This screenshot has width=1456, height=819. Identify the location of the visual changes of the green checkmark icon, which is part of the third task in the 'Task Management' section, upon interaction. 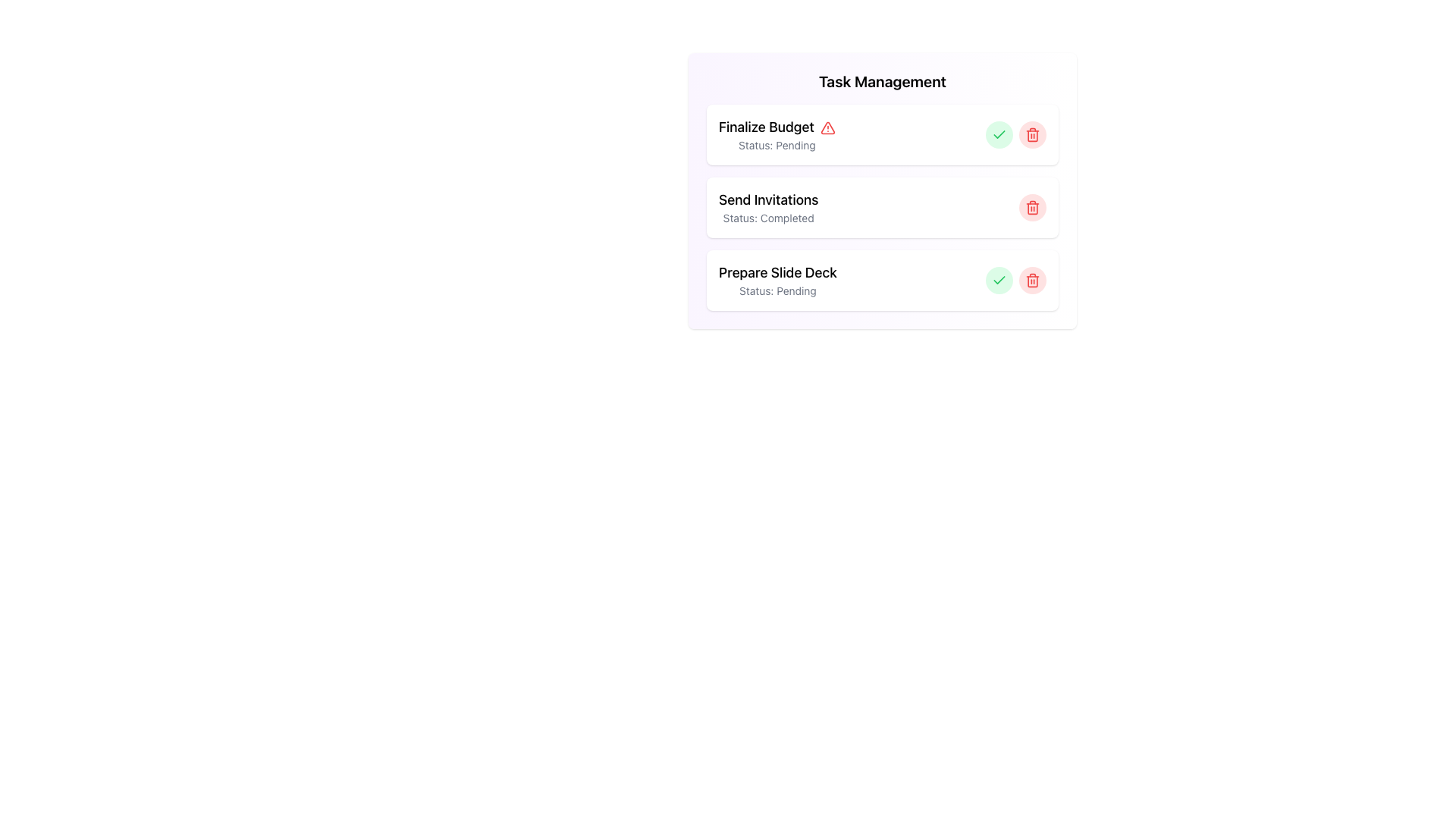
(999, 133).